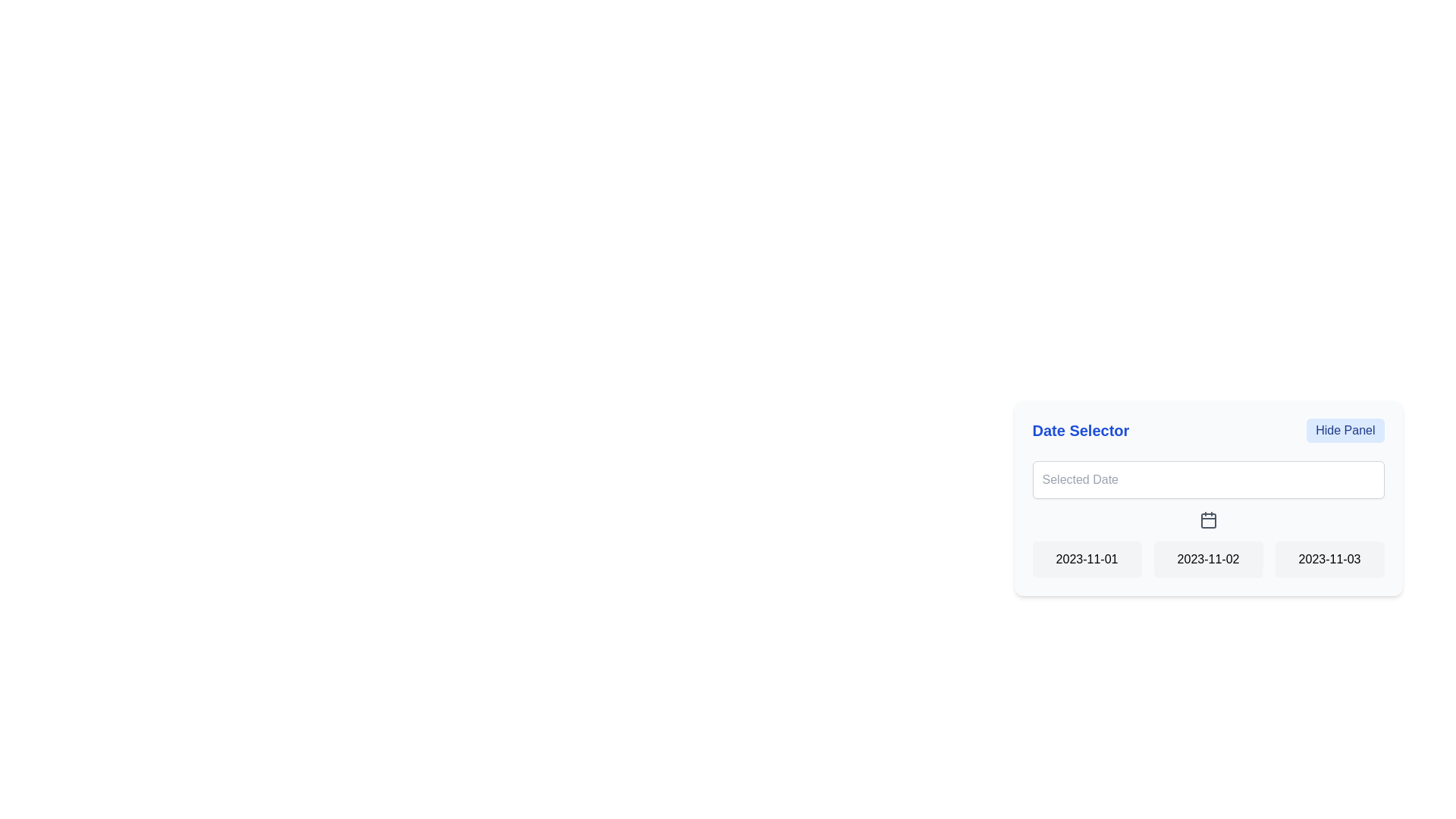 The width and height of the screenshot is (1456, 819). Describe the element at coordinates (1207, 519) in the screenshot. I see `the calendar icon located below the 'Selected Date' label and above the row of date buttons, to trigger the date-picker interface` at that location.